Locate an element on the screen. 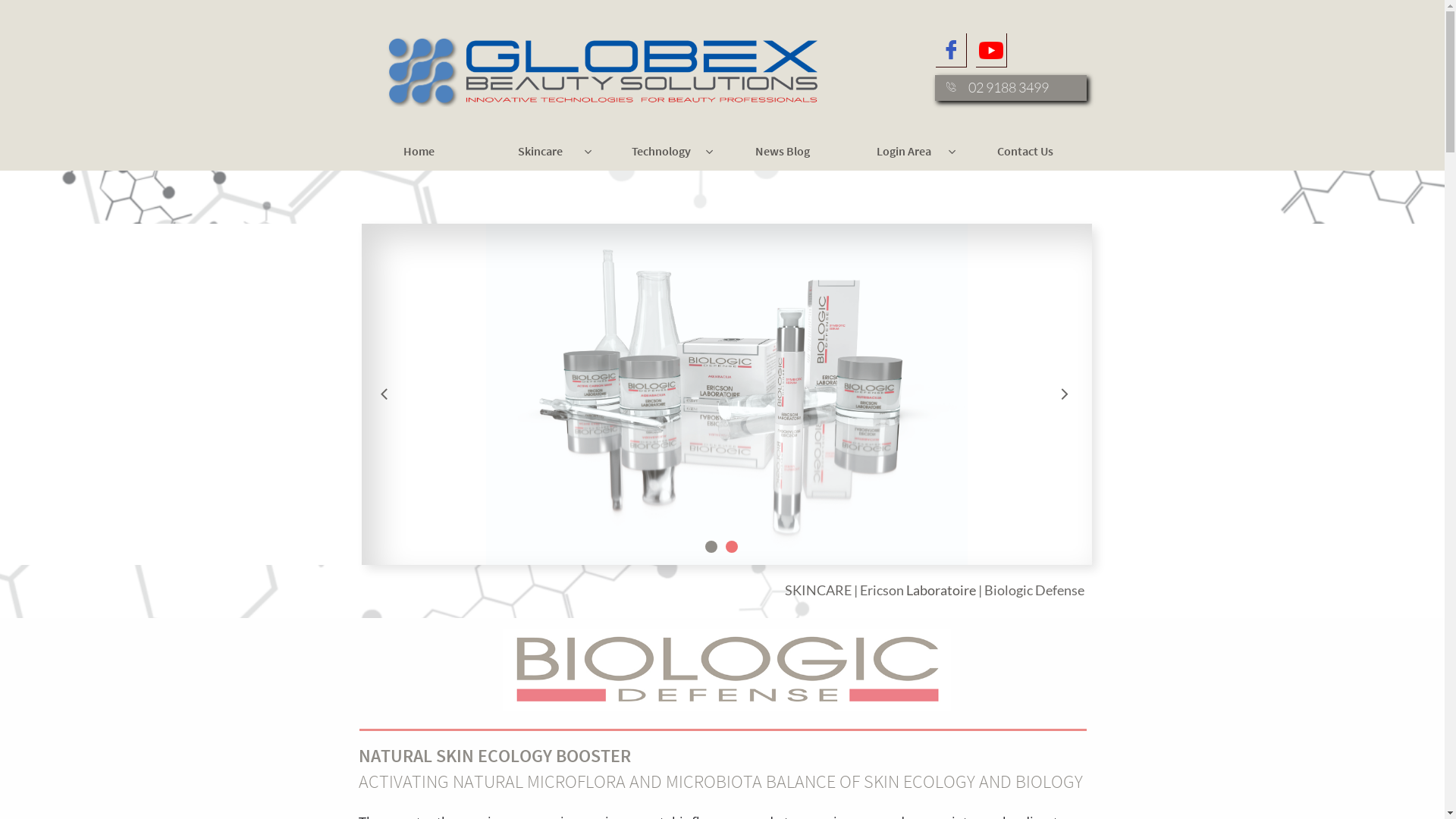  'News Blog' is located at coordinates (723, 152).